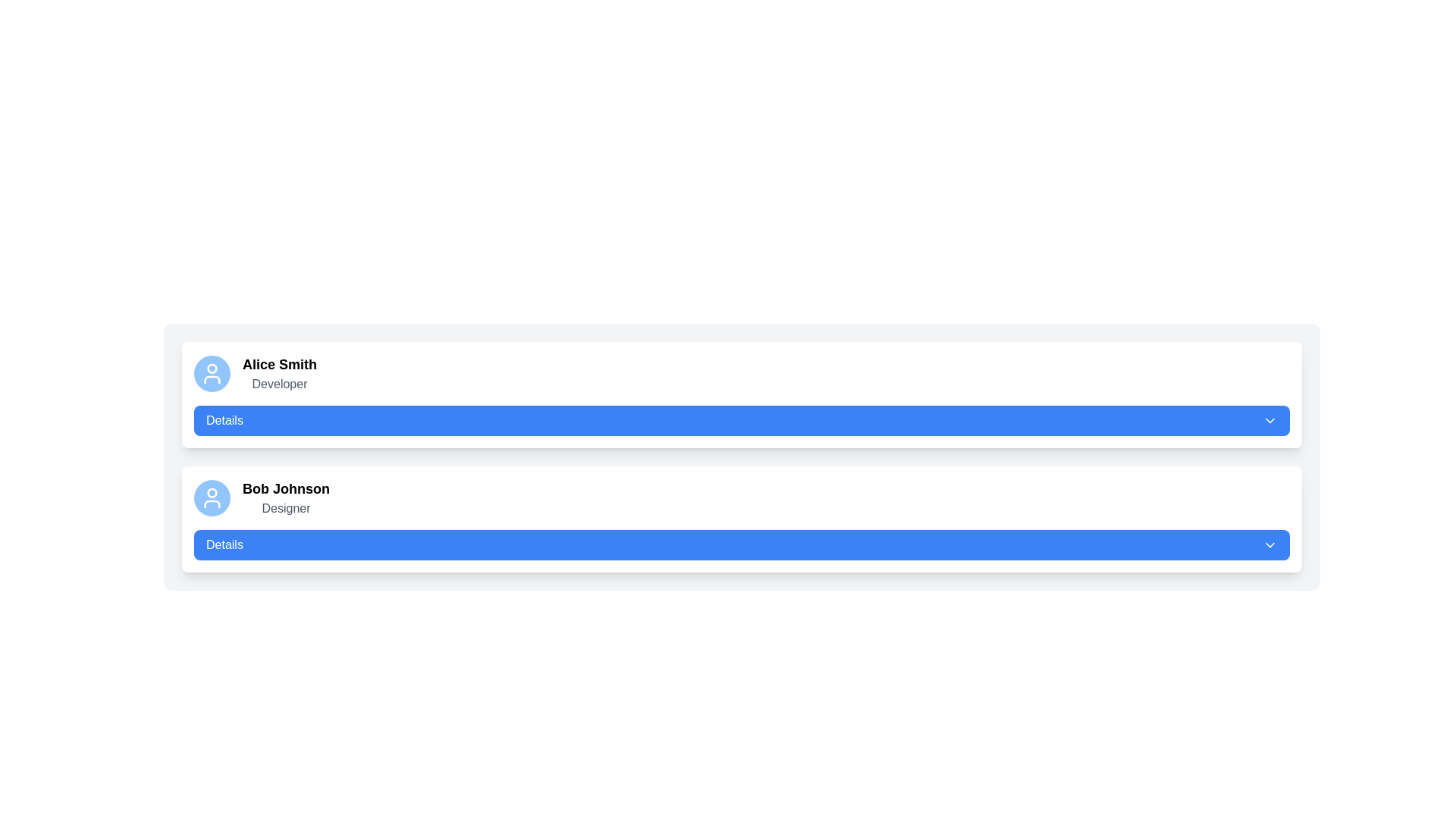 The height and width of the screenshot is (819, 1456). Describe the element at coordinates (211, 369) in the screenshot. I see `the inner circular user avatar icon located next to the text 'Alice Smith' and 'Developer'` at that location.